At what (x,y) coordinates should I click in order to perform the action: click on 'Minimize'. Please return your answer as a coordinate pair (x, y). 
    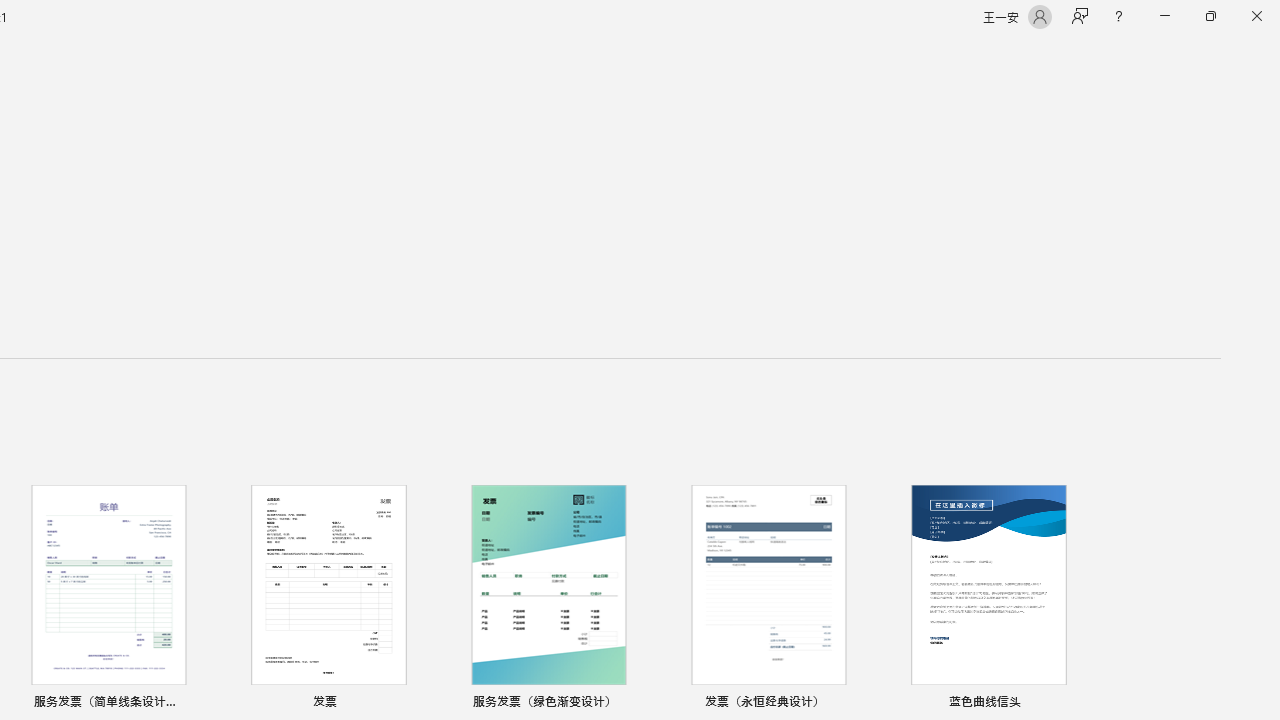
    Looking at the image, I should click on (1164, 16).